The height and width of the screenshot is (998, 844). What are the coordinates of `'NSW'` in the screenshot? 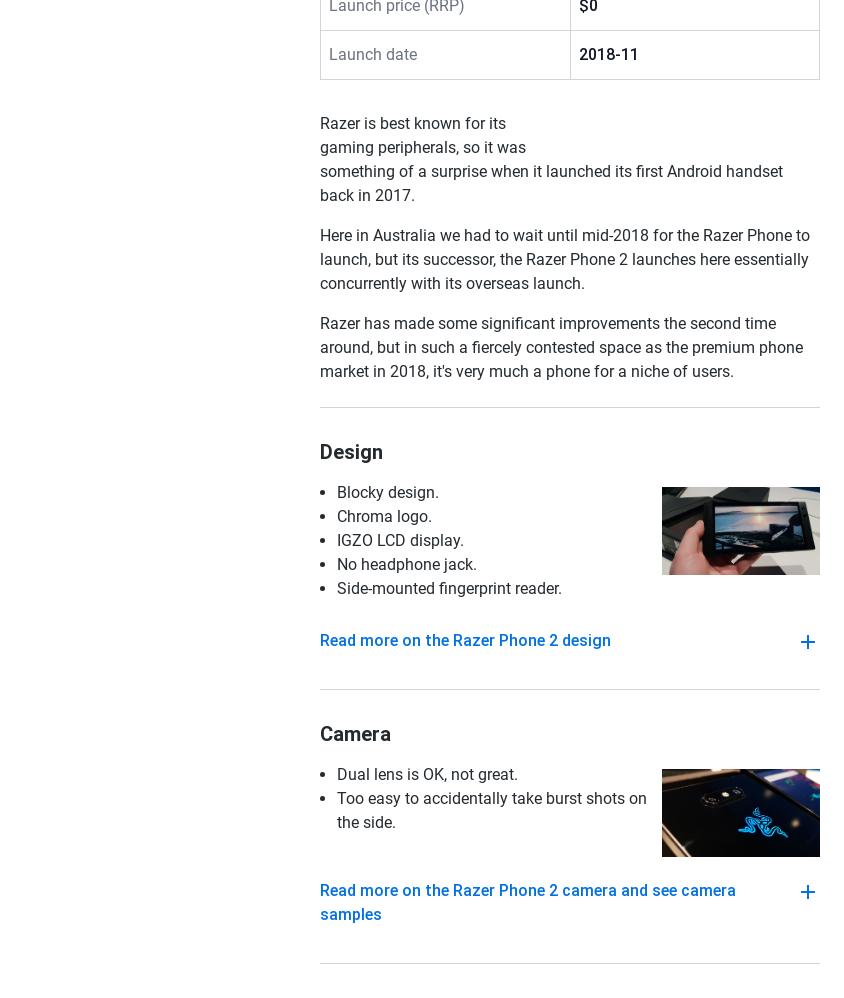 It's located at (534, 380).